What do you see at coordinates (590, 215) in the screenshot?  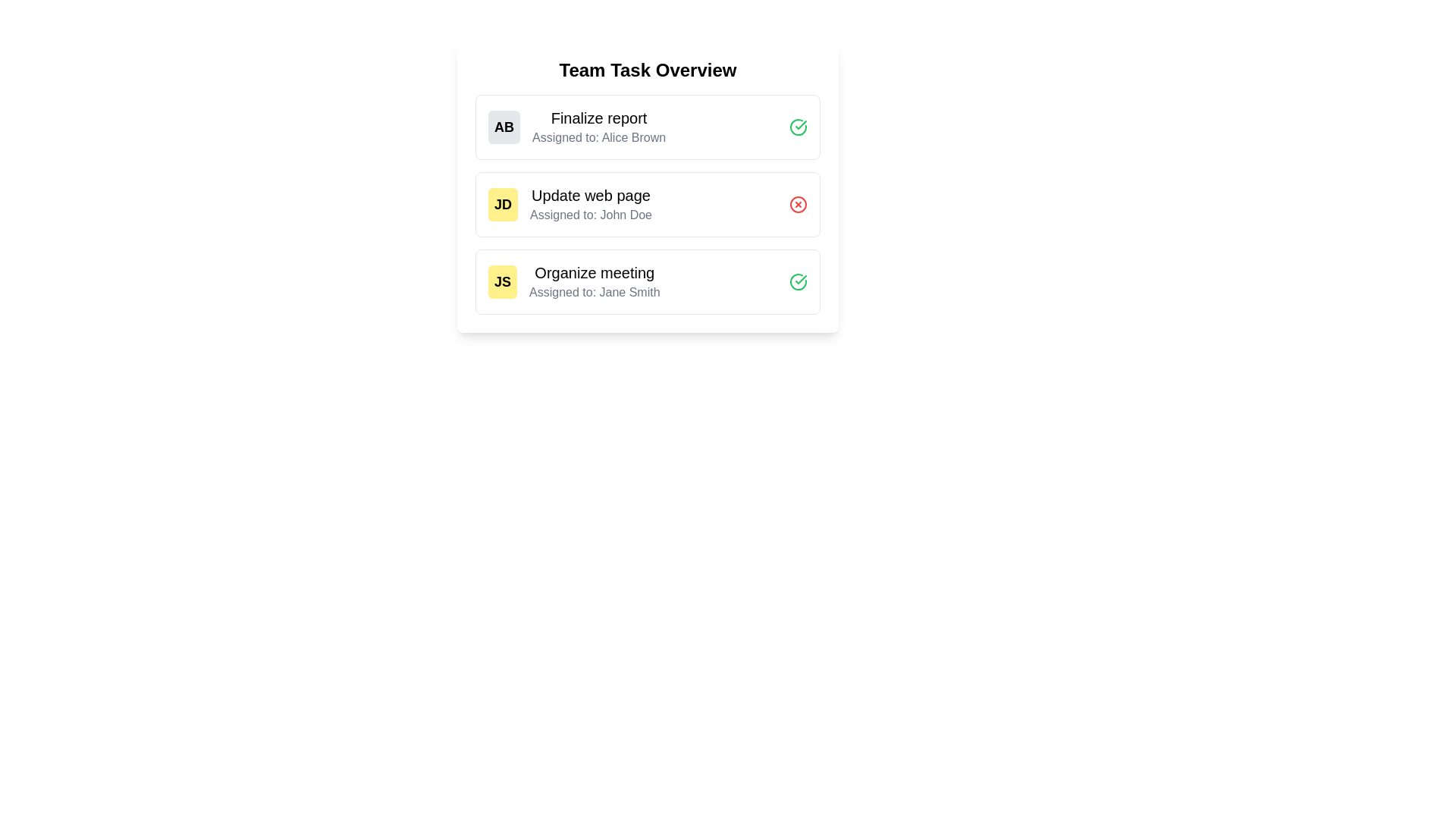 I see `the static text label indicating the assignee for the associated task, which is positioned below the title 'Update web page'` at bounding box center [590, 215].